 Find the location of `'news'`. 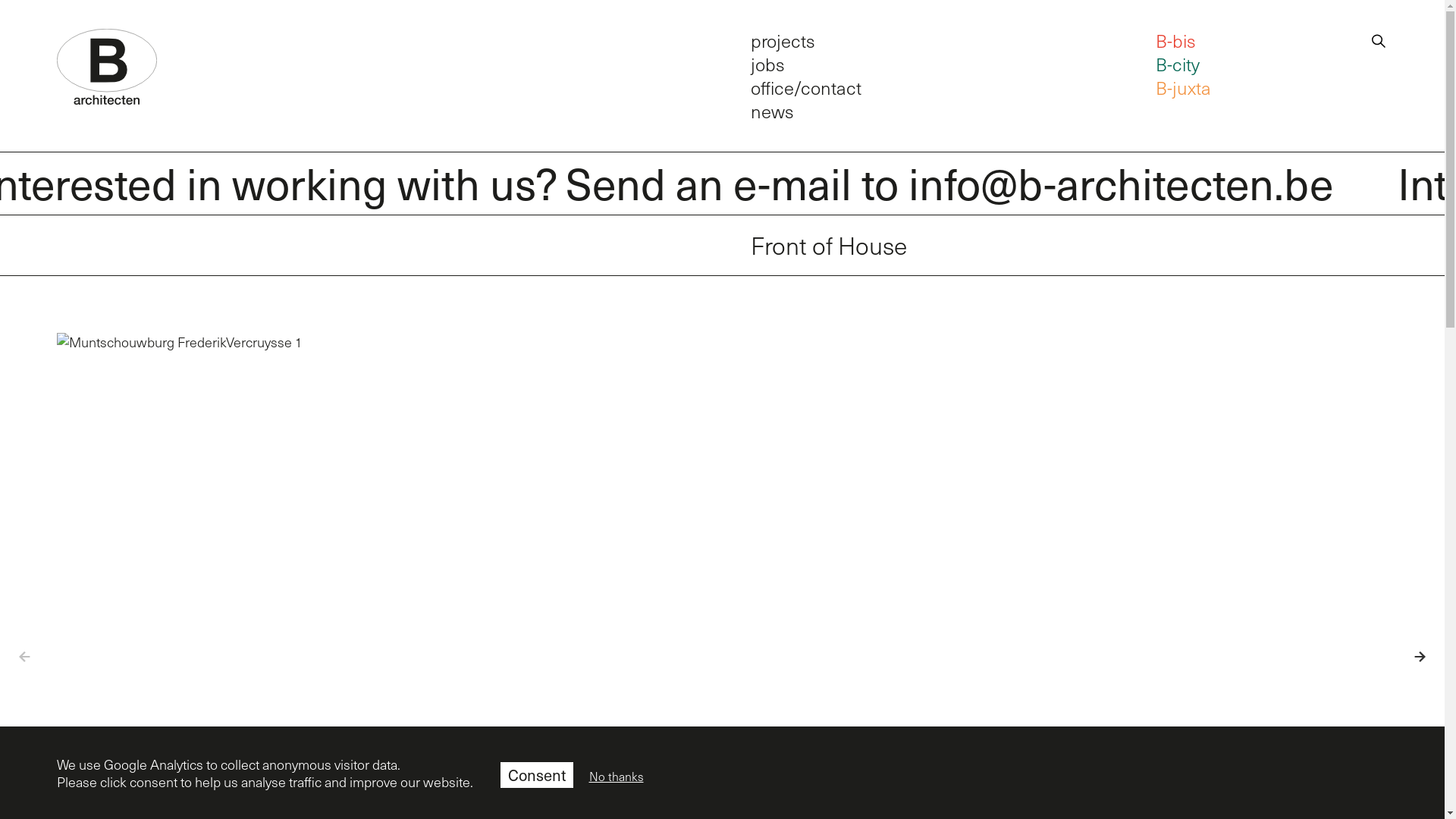

'news' is located at coordinates (772, 110).